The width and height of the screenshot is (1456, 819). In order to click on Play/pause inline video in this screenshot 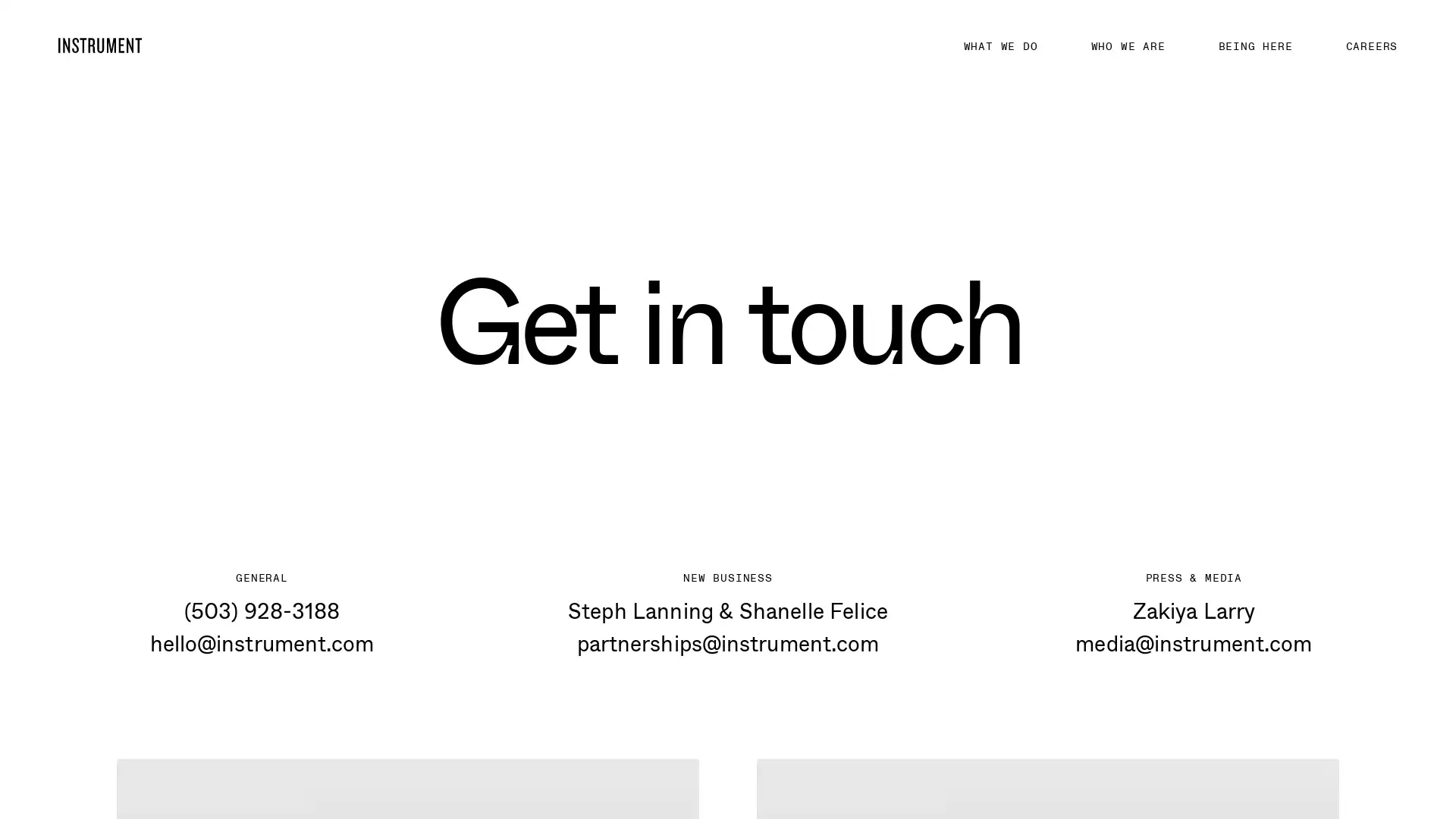, I will do `click(786, 758)`.